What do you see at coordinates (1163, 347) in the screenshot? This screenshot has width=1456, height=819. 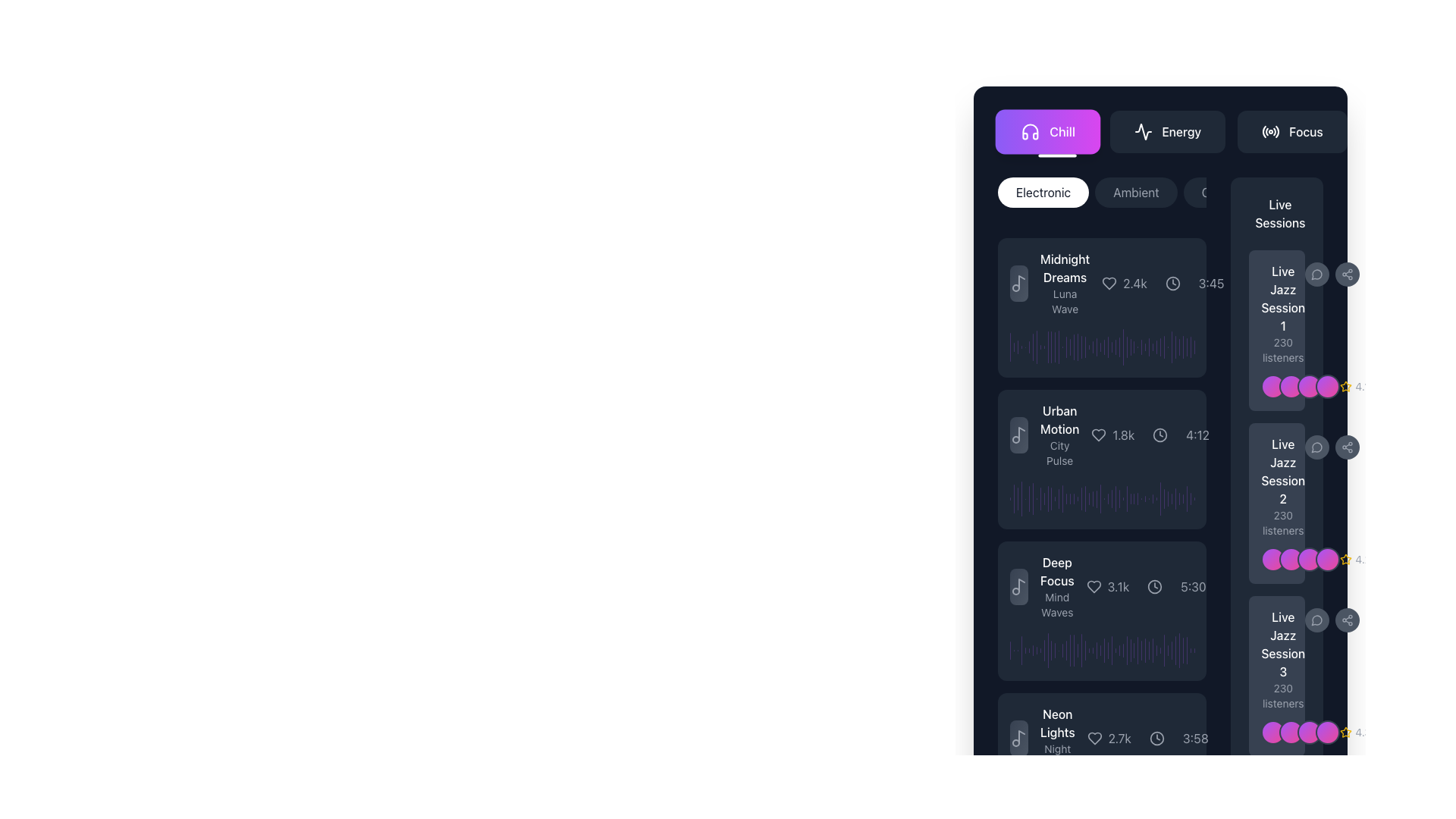 I see `the 42nd vertical bar in the histogram-like display, which is styled in a semi-transparent purple shade and located within the 'Live Jazz Session 3' panel` at bounding box center [1163, 347].